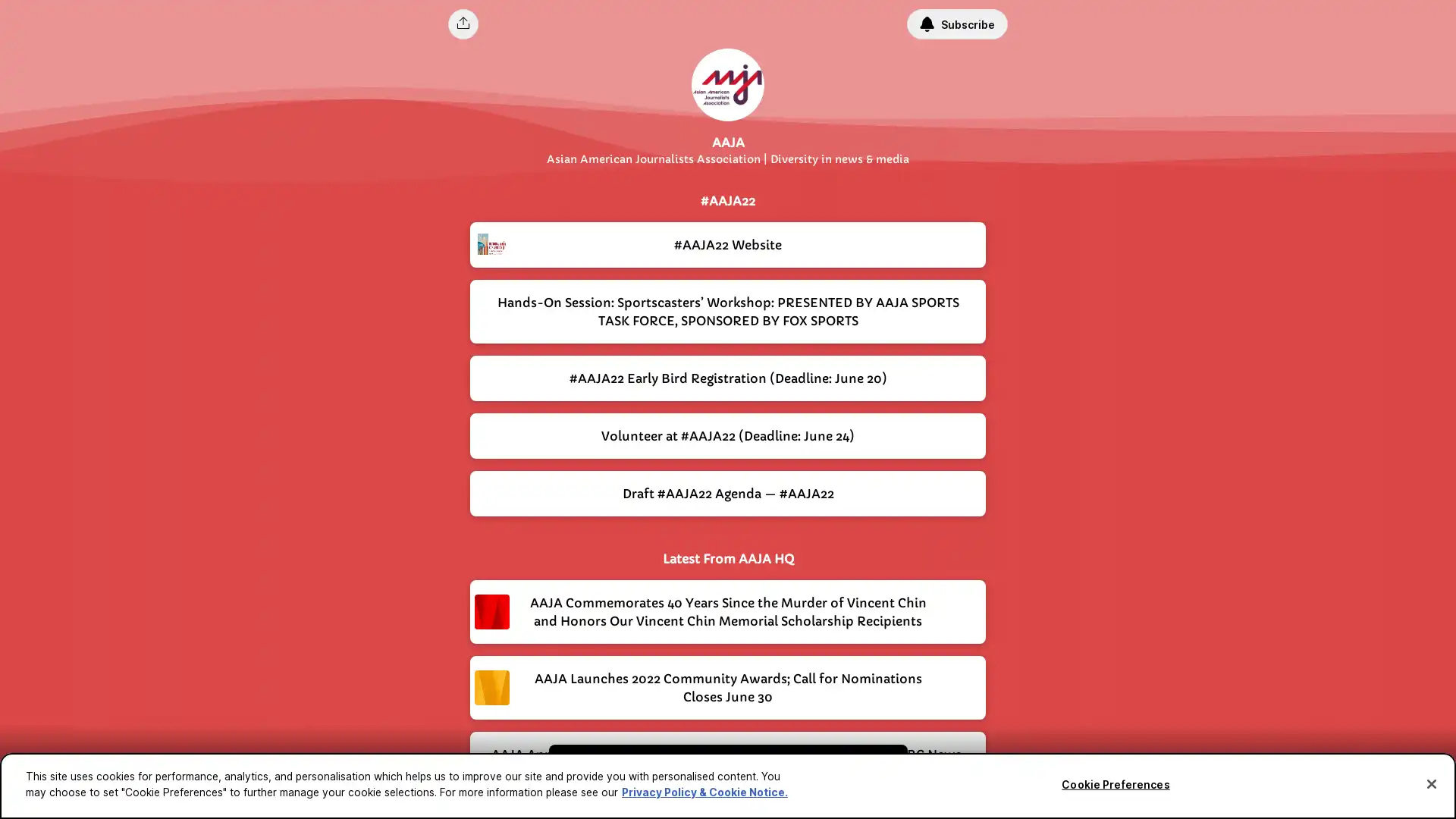 The width and height of the screenshot is (1456, 819). I want to click on Cookie Preferences, so click(1115, 784).